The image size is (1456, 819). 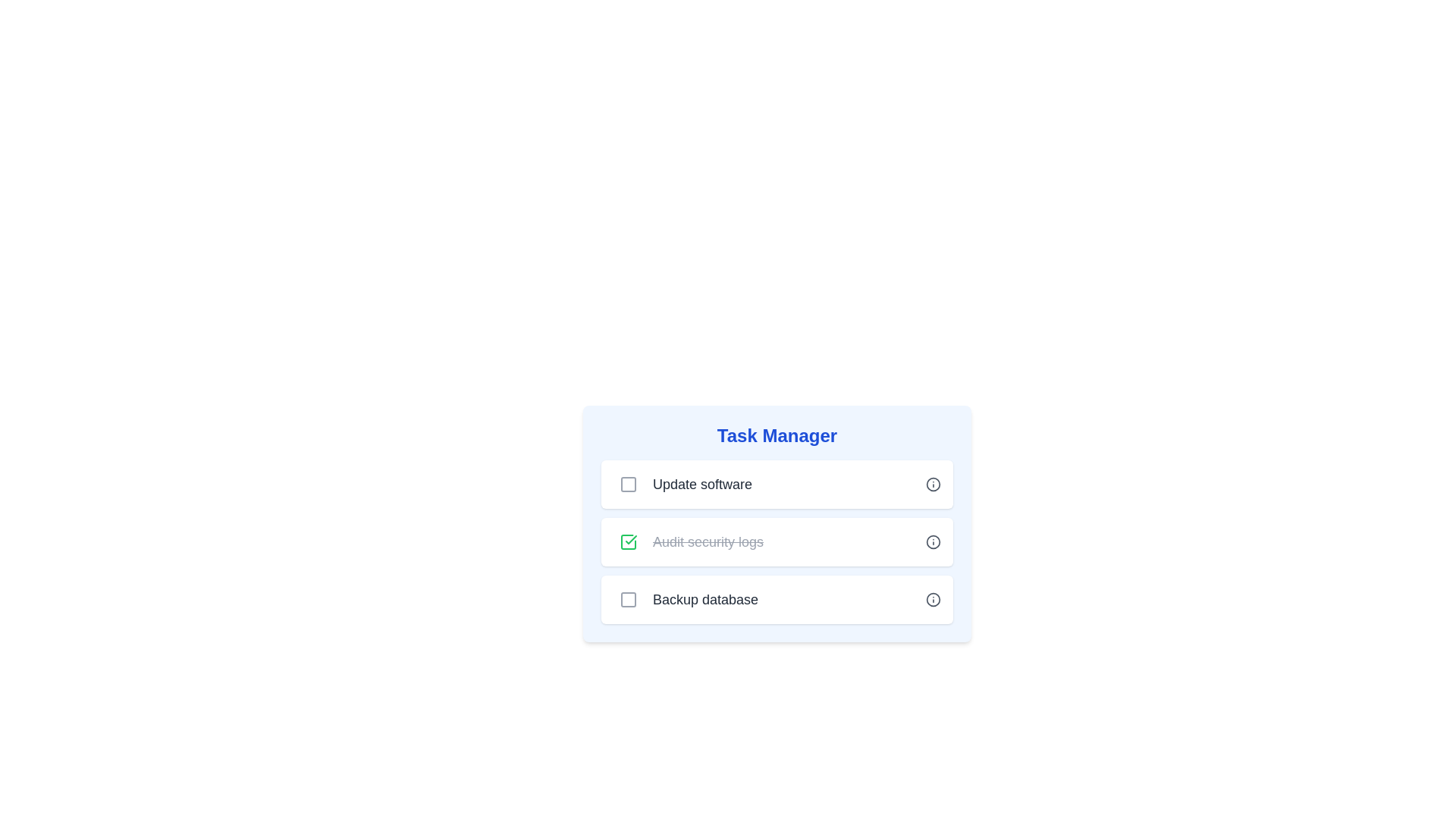 I want to click on the checkbox labeled 'Update software', so click(x=682, y=485).